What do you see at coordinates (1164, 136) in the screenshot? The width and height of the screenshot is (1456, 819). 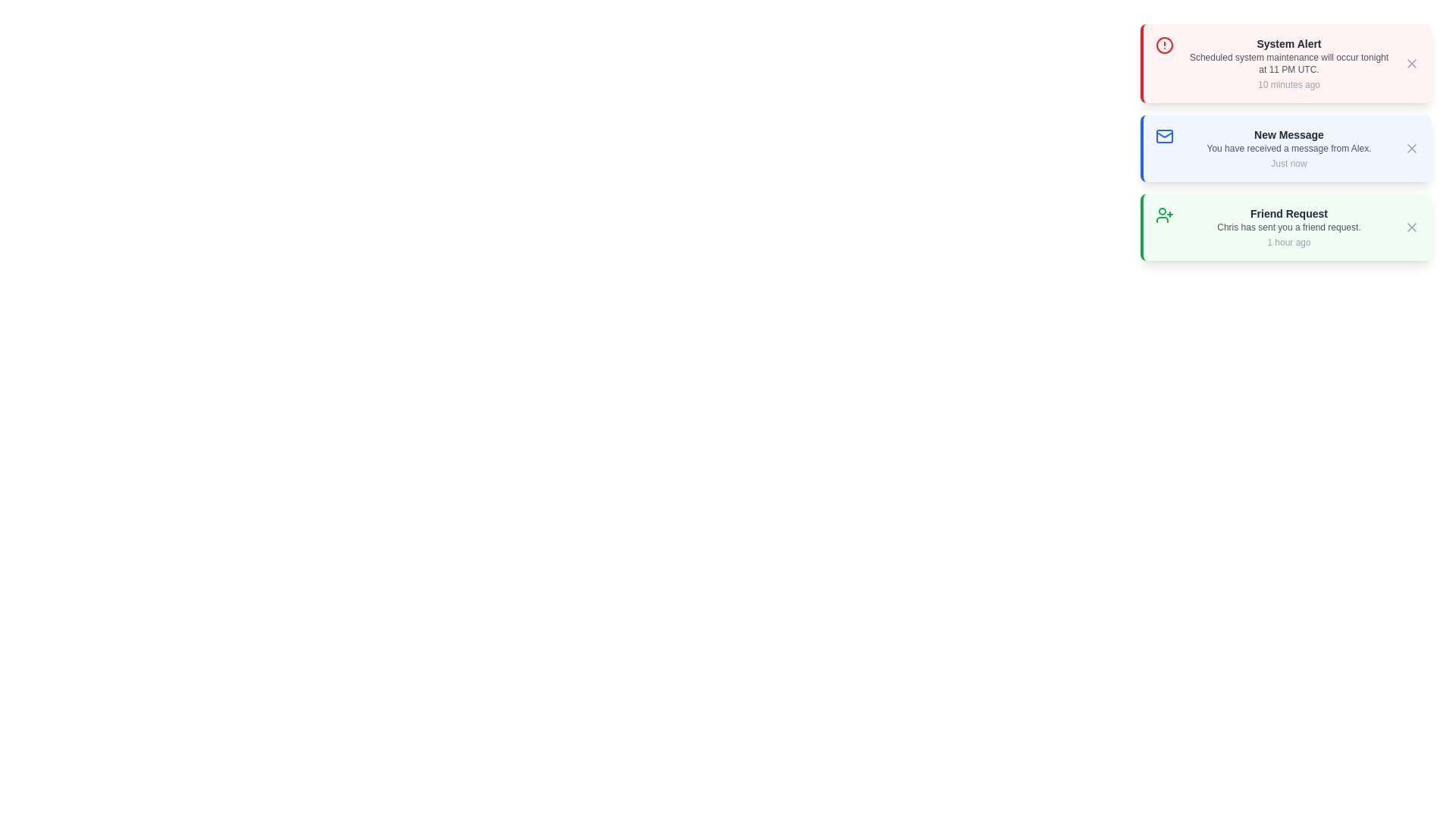 I see `the main body of the envelope icon, which is a rectangular shape with rounded corners, representing the body of the envelope in the 'New Message' notification` at bounding box center [1164, 136].